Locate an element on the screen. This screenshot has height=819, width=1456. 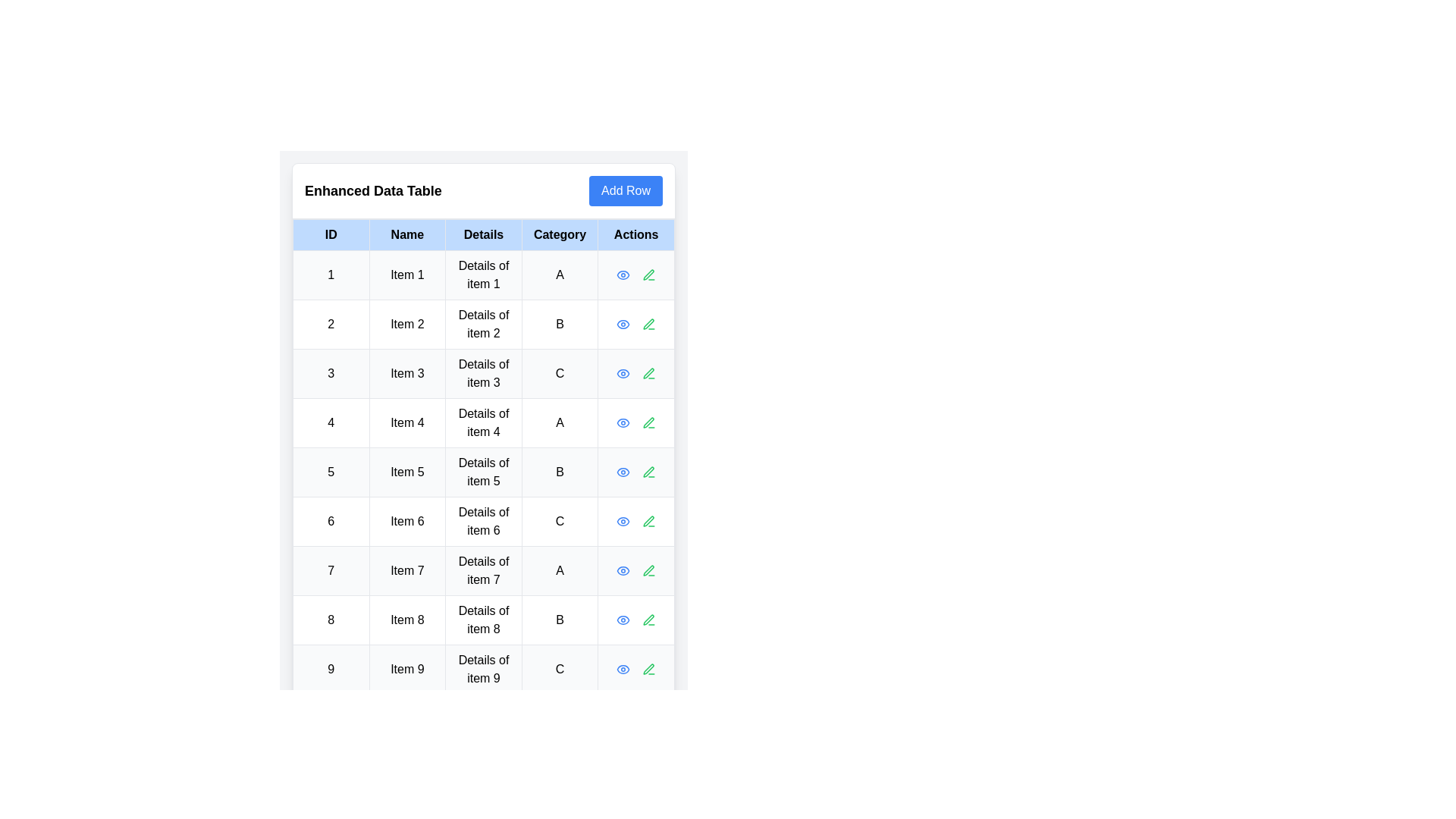
the table cell displaying the name 'Item 4' located in the fourth row under the 'Name' column is located at coordinates (407, 423).